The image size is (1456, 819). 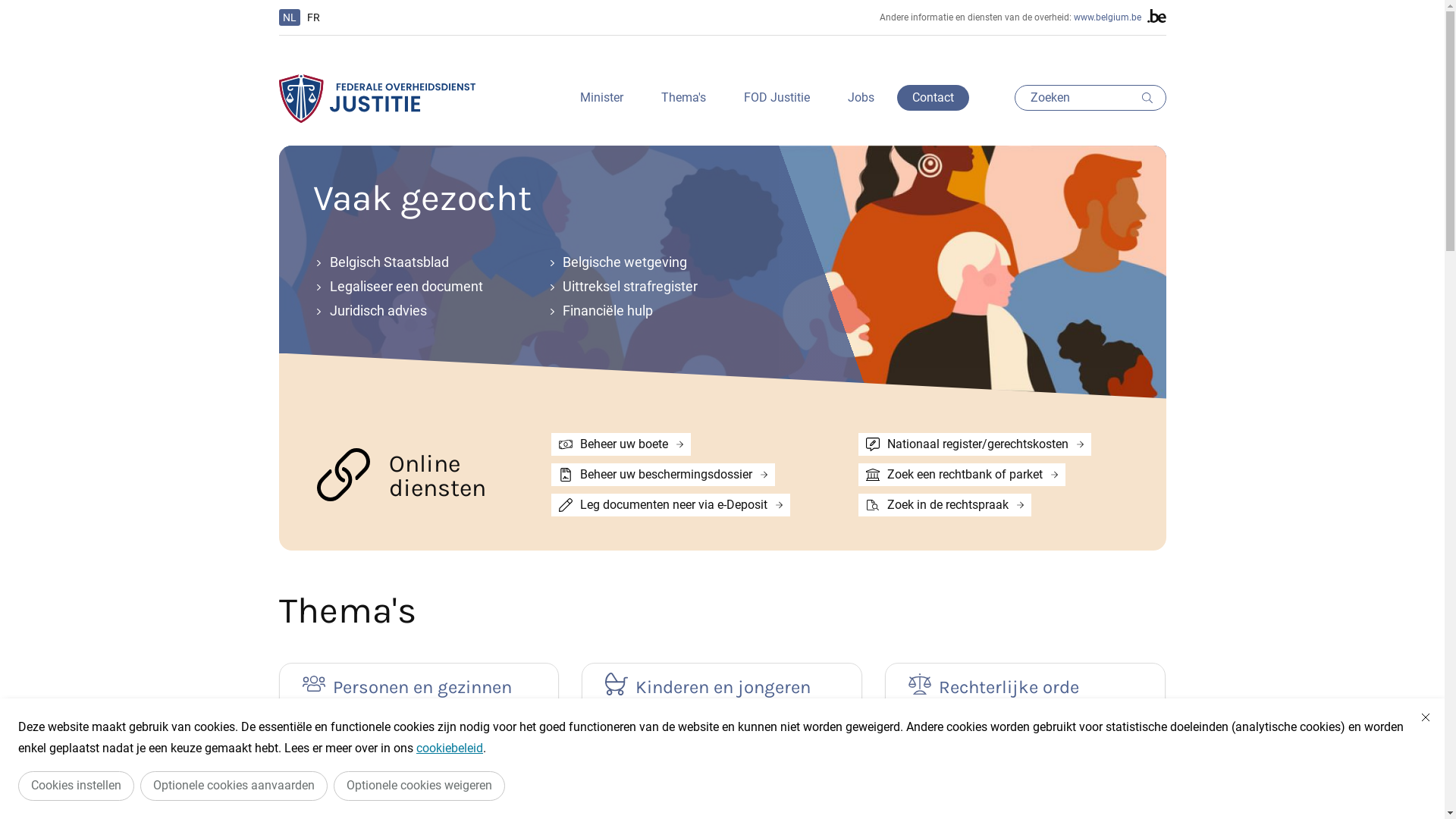 What do you see at coordinates (645, 262) in the screenshot?
I see `'Belgische wetgeving'` at bounding box center [645, 262].